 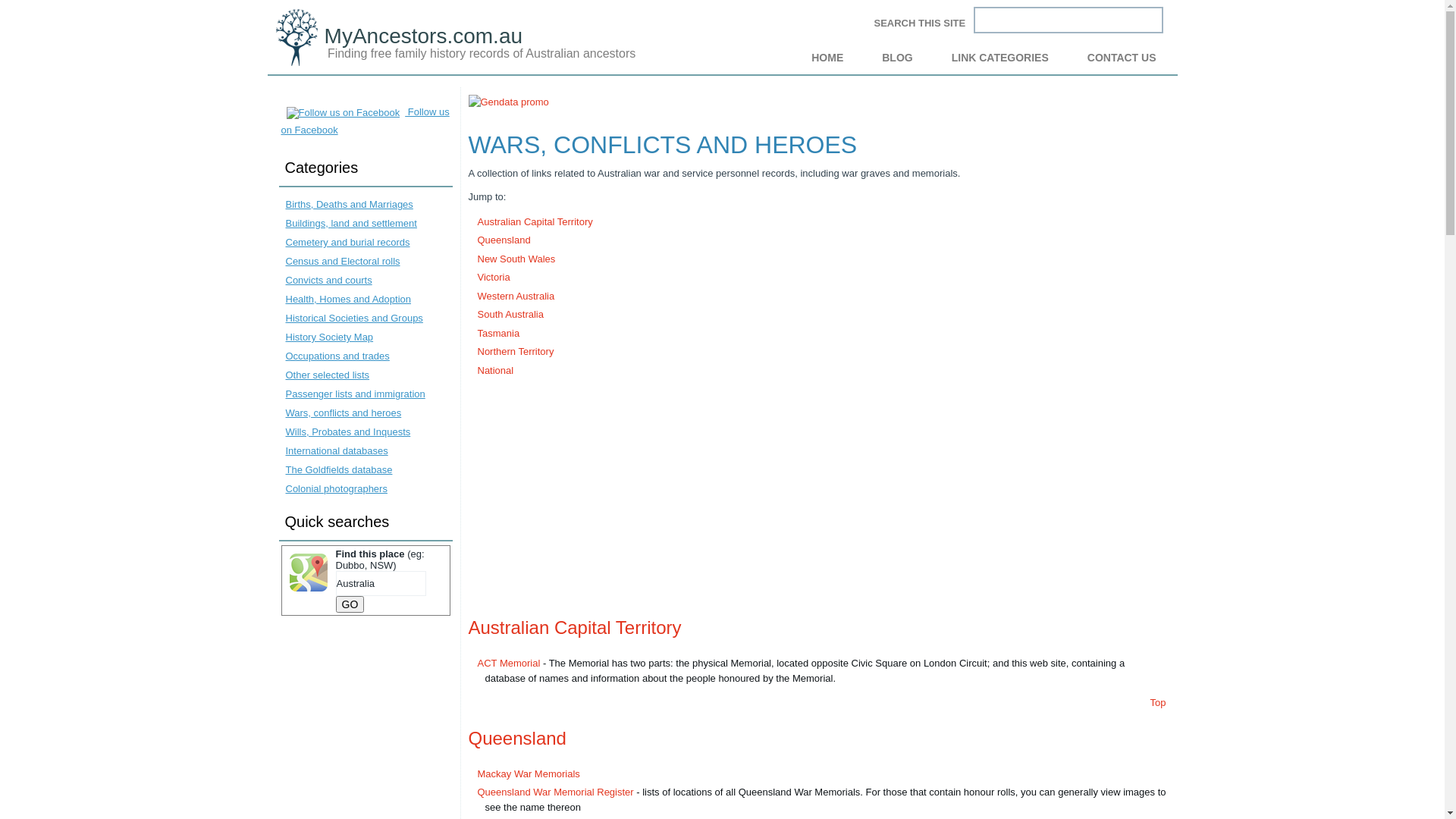 I want to click on 'Passenger lists and immigration', so click(x=284, y=393).